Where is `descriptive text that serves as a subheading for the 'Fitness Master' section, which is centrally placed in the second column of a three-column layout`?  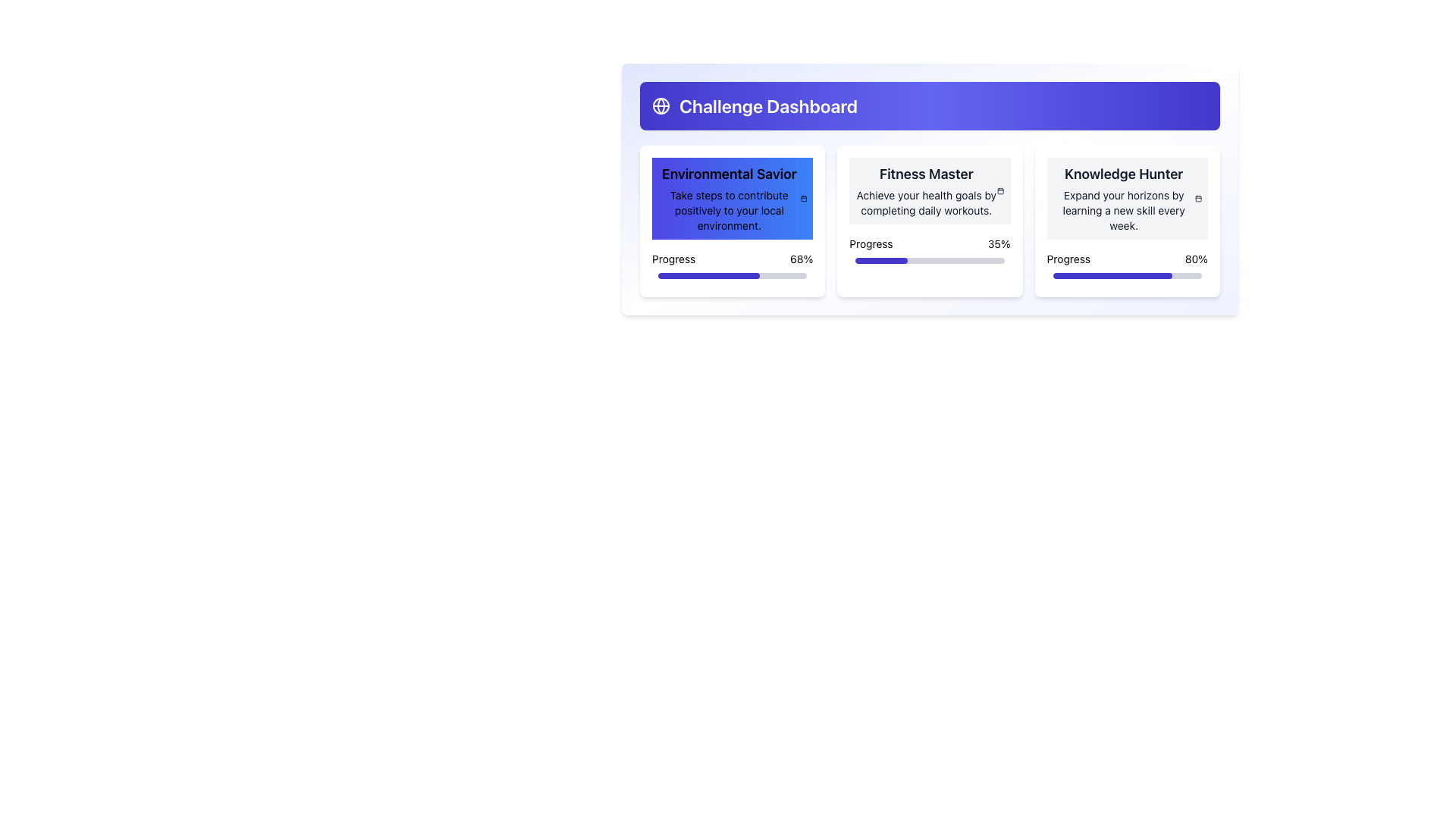
descriptive text that serves as a subheading for the 'Fitness Master' section, which is centrally placed in the second column of a three-column layout is located at coordinates (925, 202).